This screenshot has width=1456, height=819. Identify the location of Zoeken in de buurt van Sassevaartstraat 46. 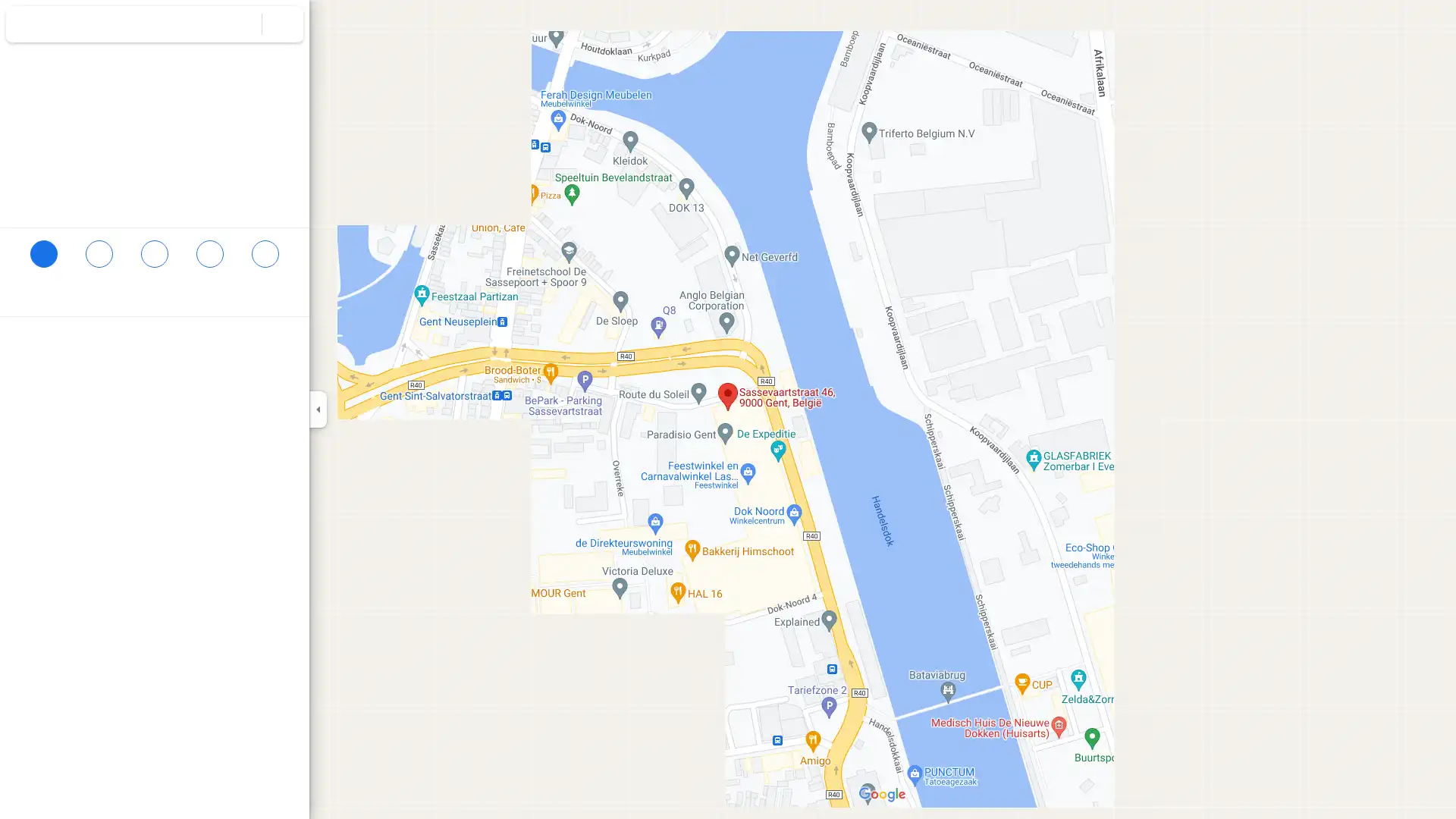
(154, 259).